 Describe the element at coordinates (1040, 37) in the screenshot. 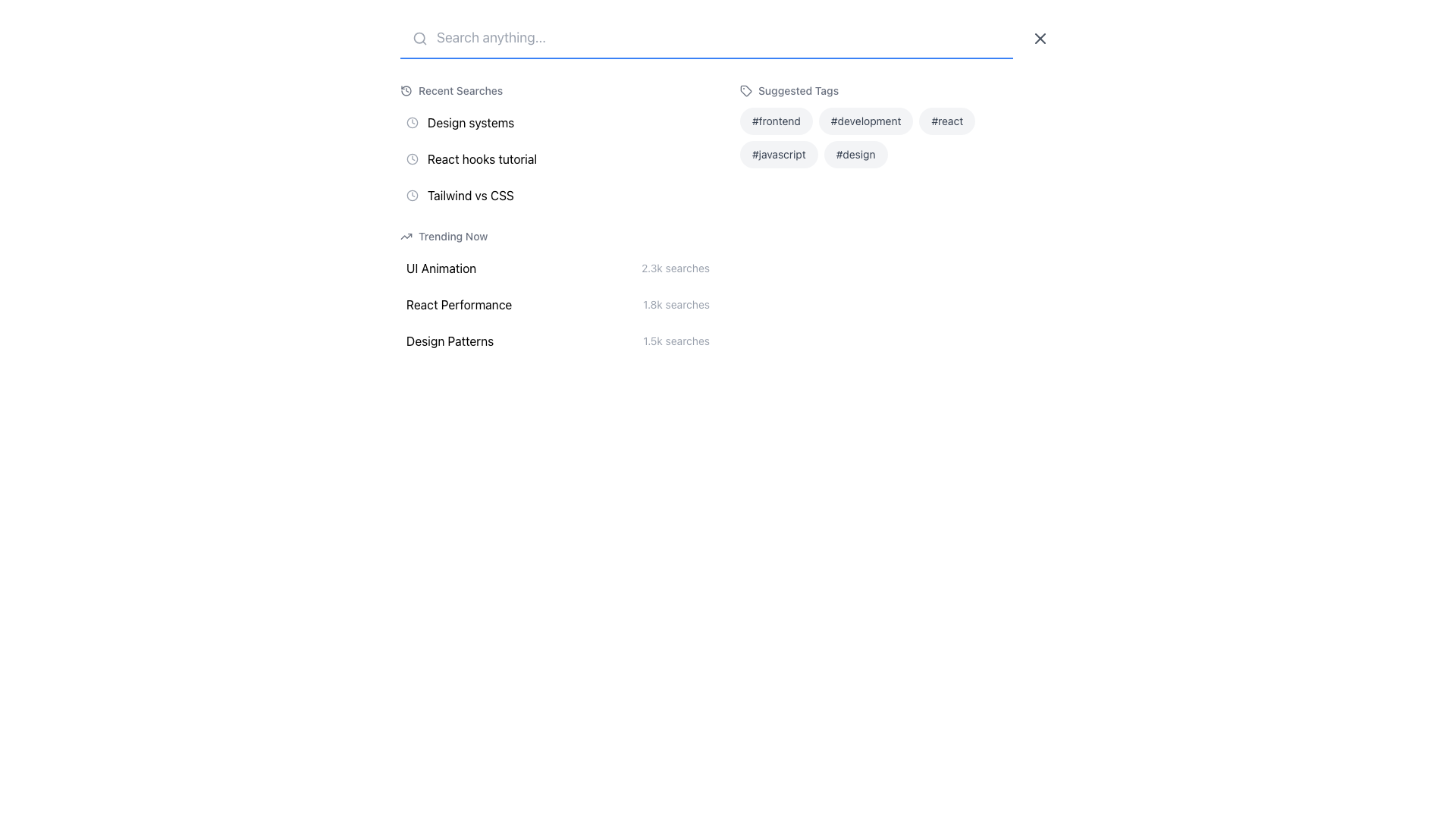

I see `the close button located at the far right of the horizontal search bar` at that location.